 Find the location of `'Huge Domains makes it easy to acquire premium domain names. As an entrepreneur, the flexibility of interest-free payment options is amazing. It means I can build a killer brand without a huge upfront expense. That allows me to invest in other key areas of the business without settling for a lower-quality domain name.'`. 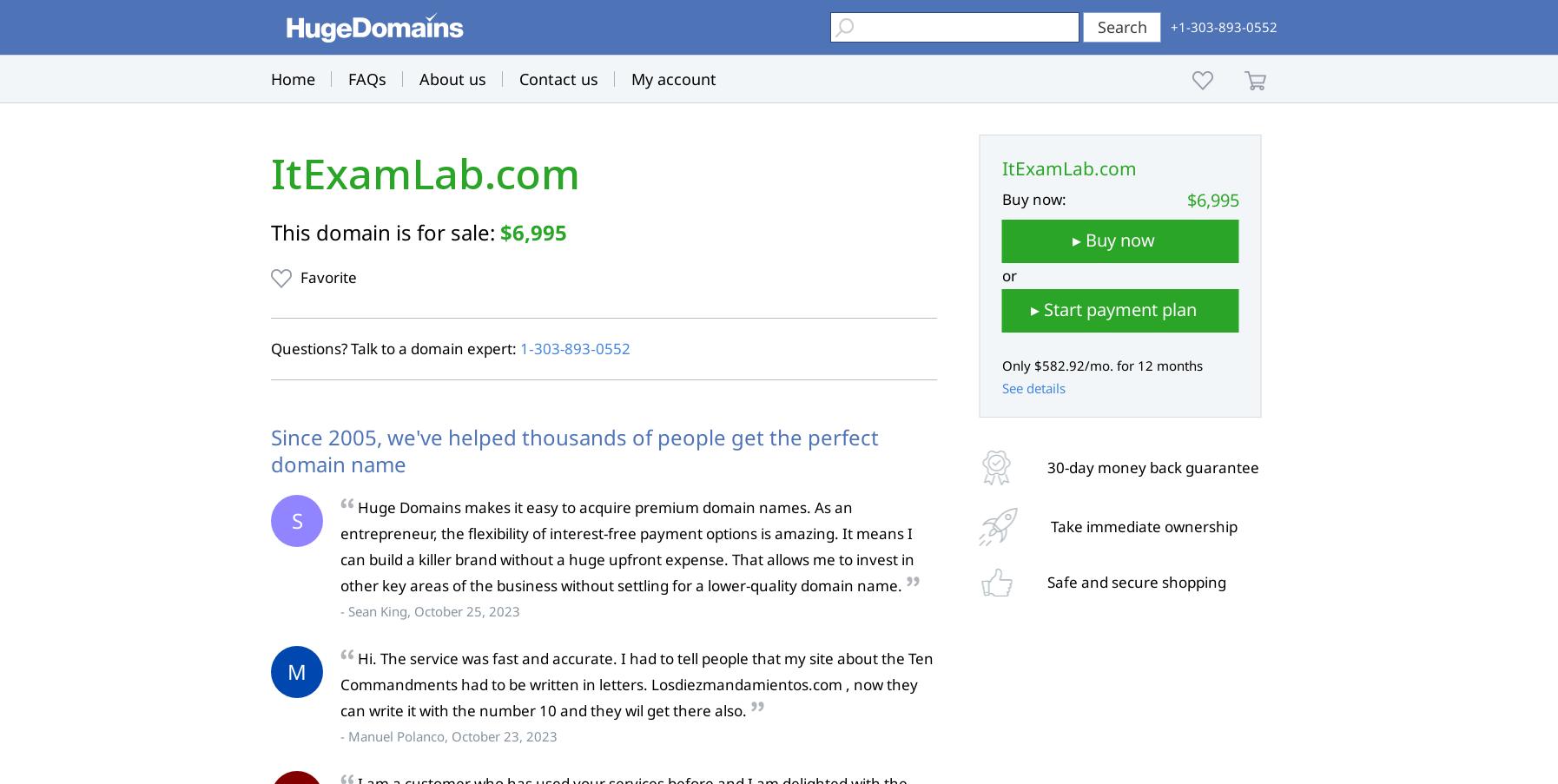

'Huge Domains makes it easy to acquire premium domain names. As an entrepreneur, the flexibility of interest-free payment options is amazing. It means I can build a killer brand without a huge upfront expense. That allows me to invest in other key areas of the business without settling for a lower-quality domain name.' is located at coordinates (627, 546).